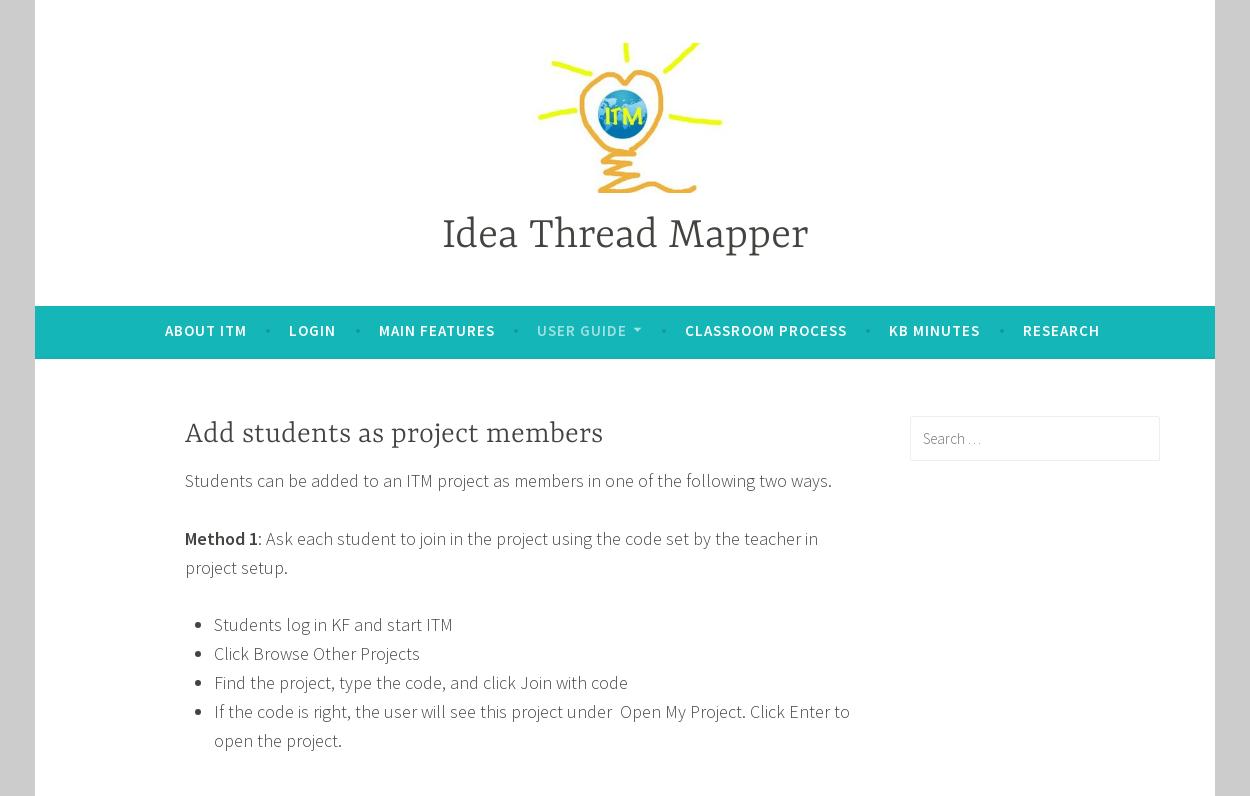 The image size is (1250, 796). Describe the element at coordinates (581, 330) in the screenshot. I see `'User Guide'` at that location.